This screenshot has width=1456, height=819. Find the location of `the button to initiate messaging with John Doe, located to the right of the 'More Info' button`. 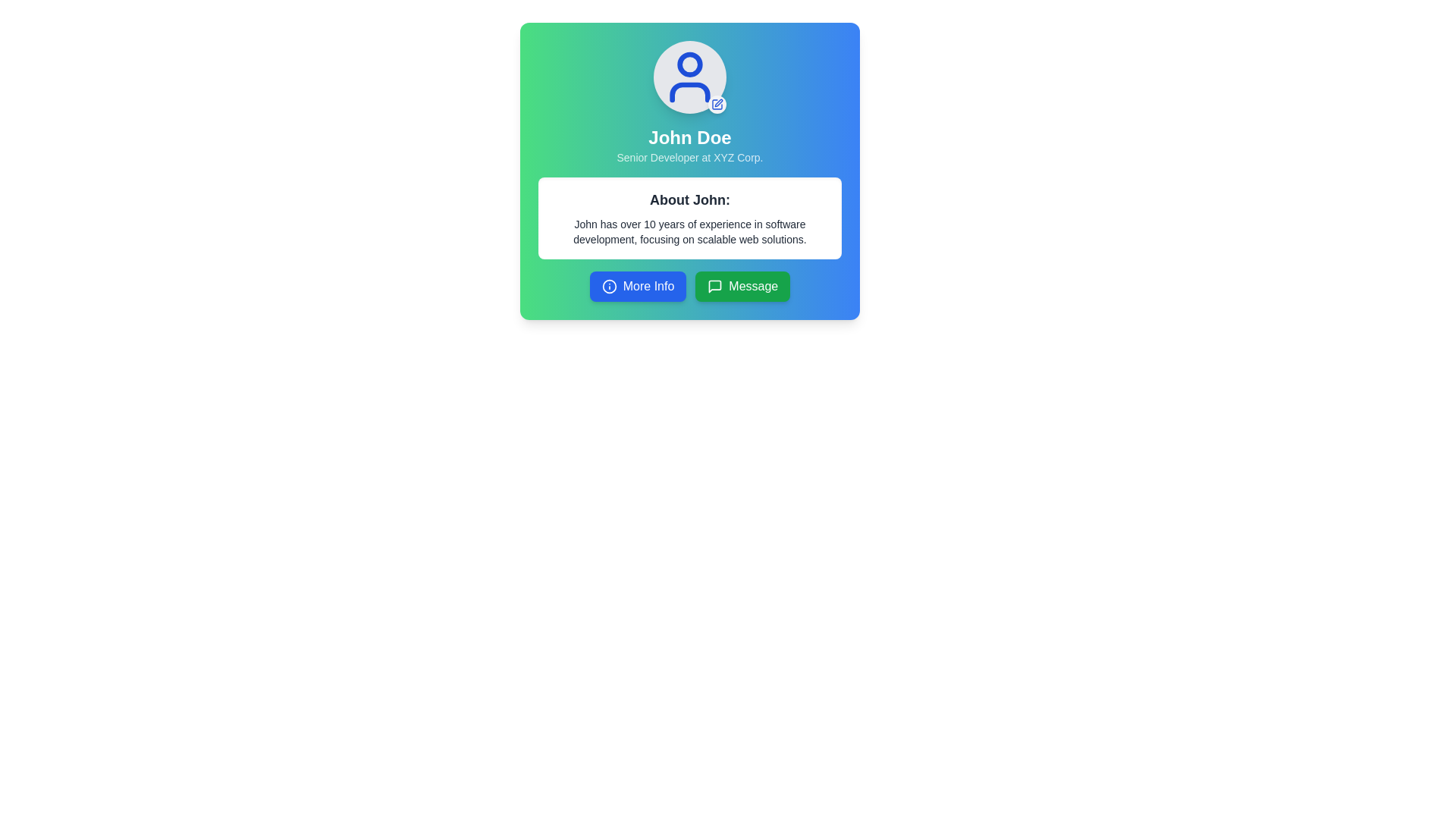

the button to initiate messaging with John Doe, located to the right of the 'More Info' button is located at coordinates (742, 287).